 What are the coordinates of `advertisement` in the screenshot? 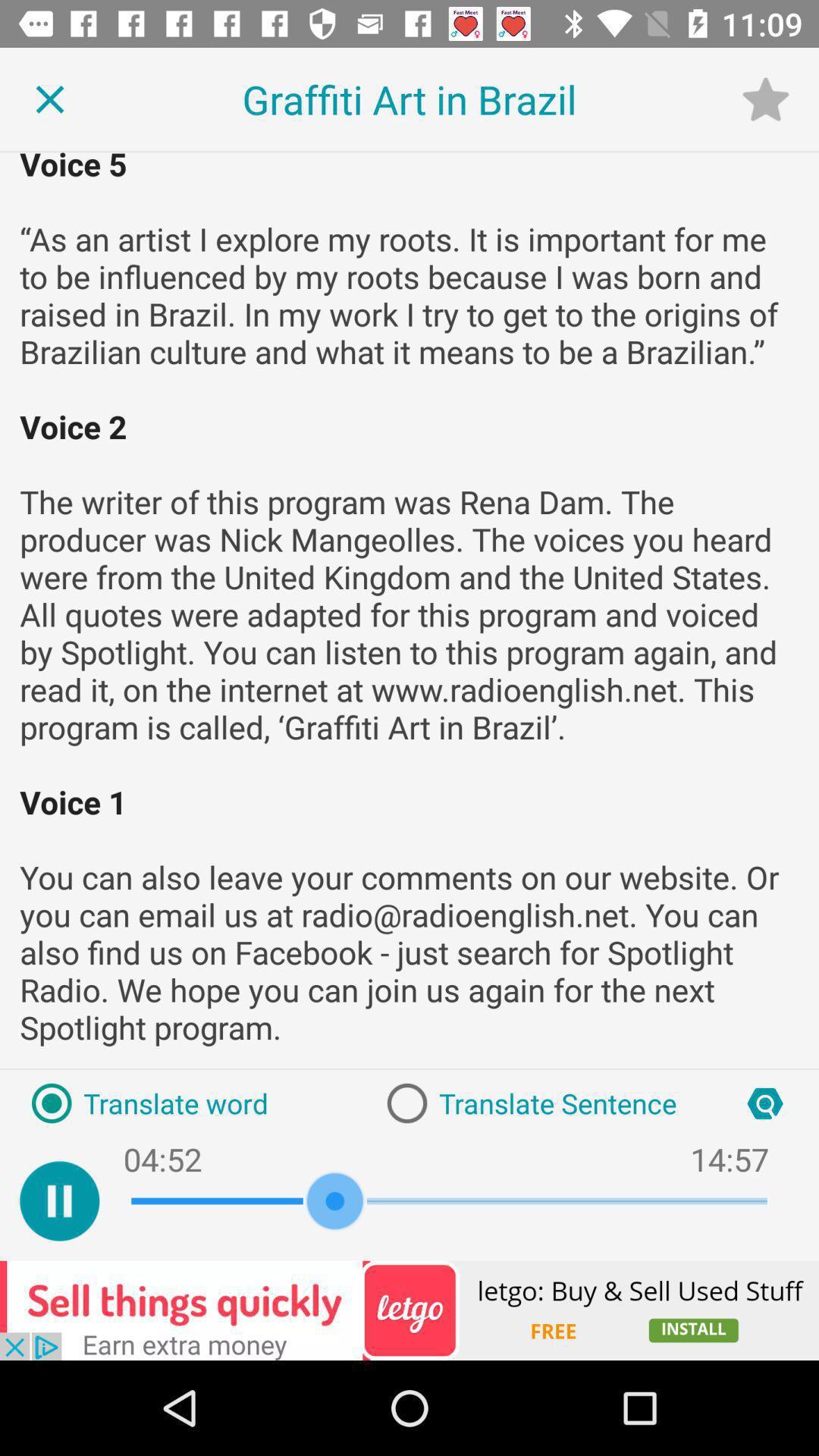 It's located at (409, 1310).